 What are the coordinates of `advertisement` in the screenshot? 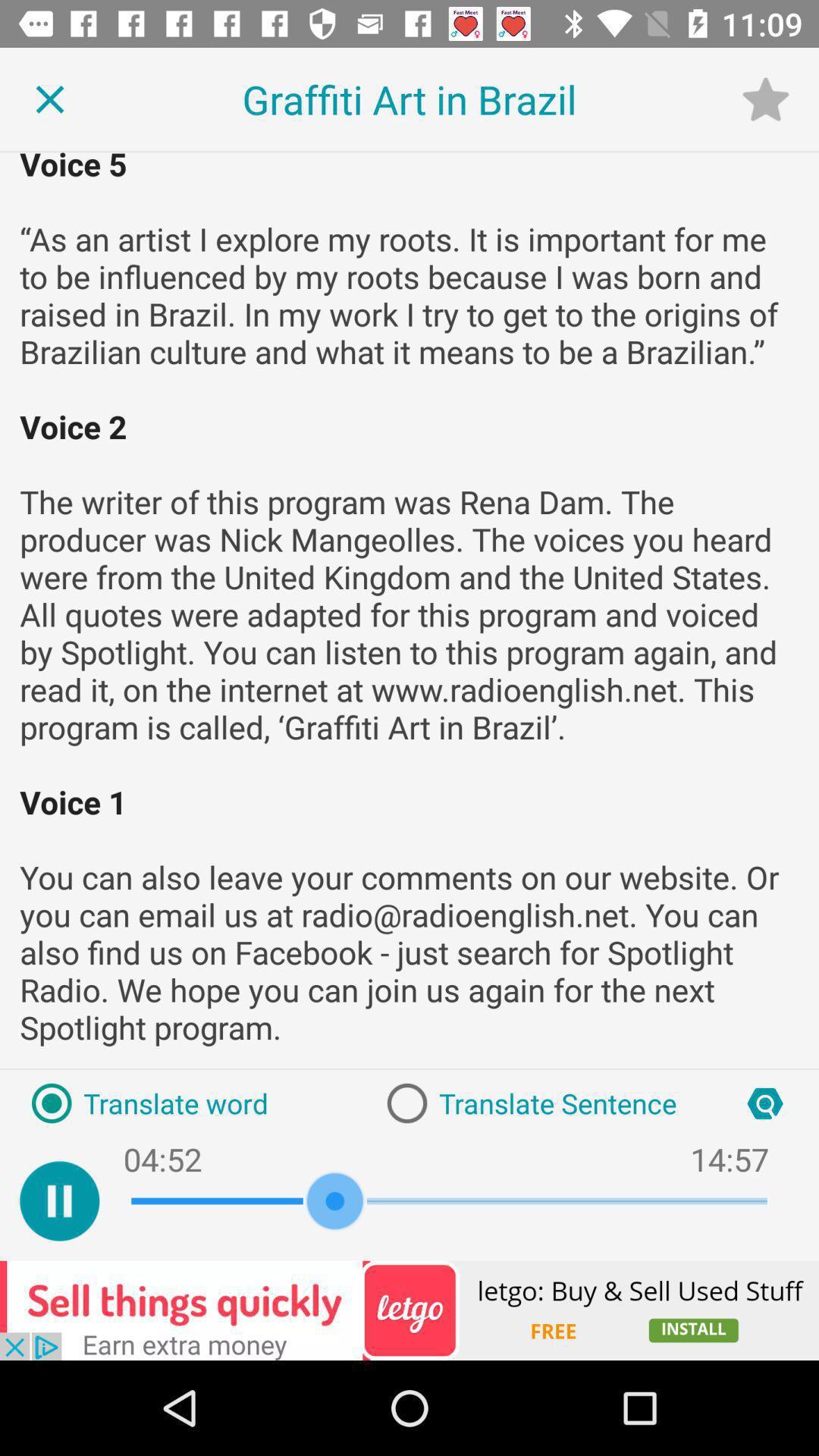 It's located at (409, 1310).